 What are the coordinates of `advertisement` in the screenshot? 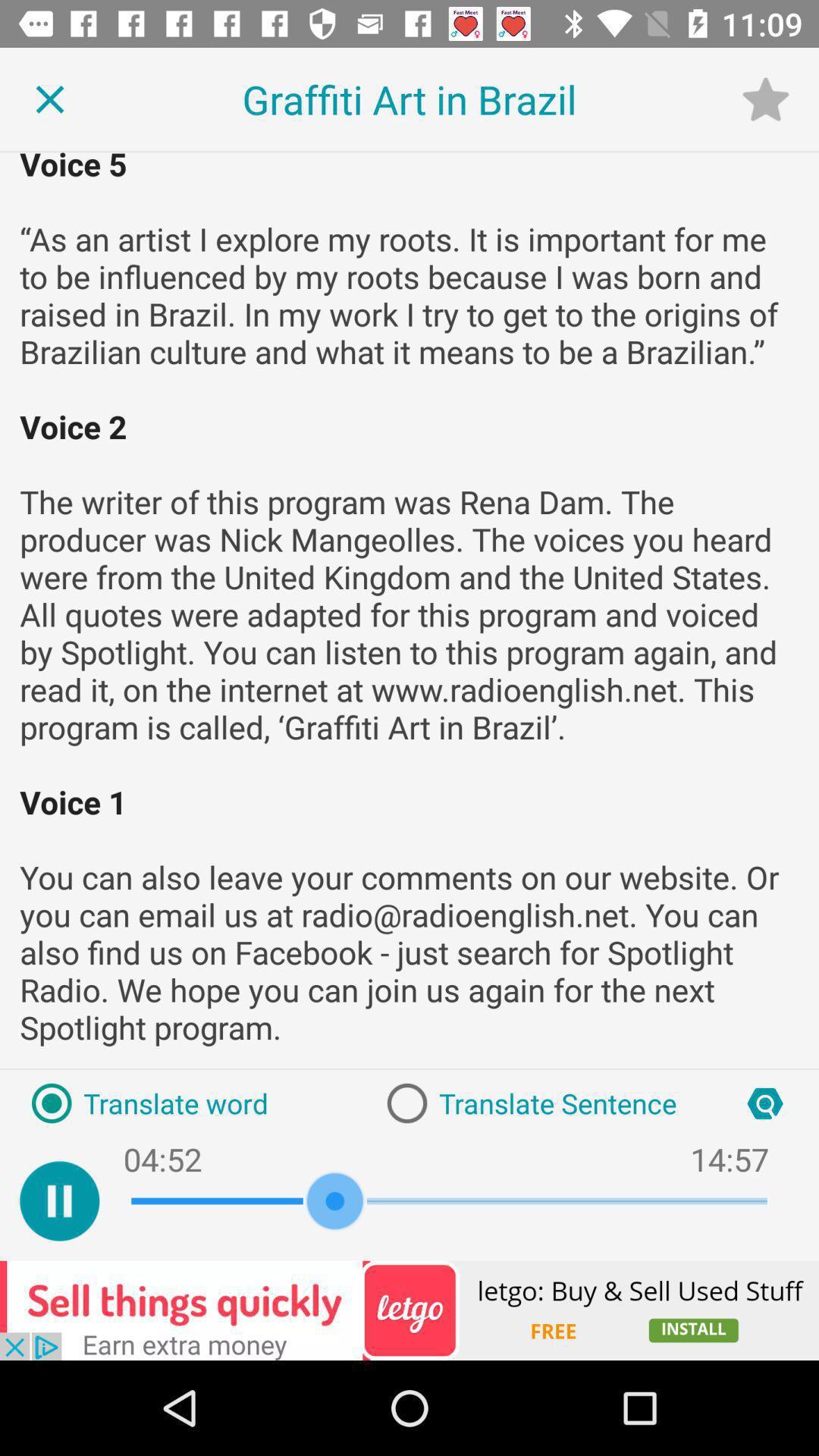 It's located at (409, 1310).